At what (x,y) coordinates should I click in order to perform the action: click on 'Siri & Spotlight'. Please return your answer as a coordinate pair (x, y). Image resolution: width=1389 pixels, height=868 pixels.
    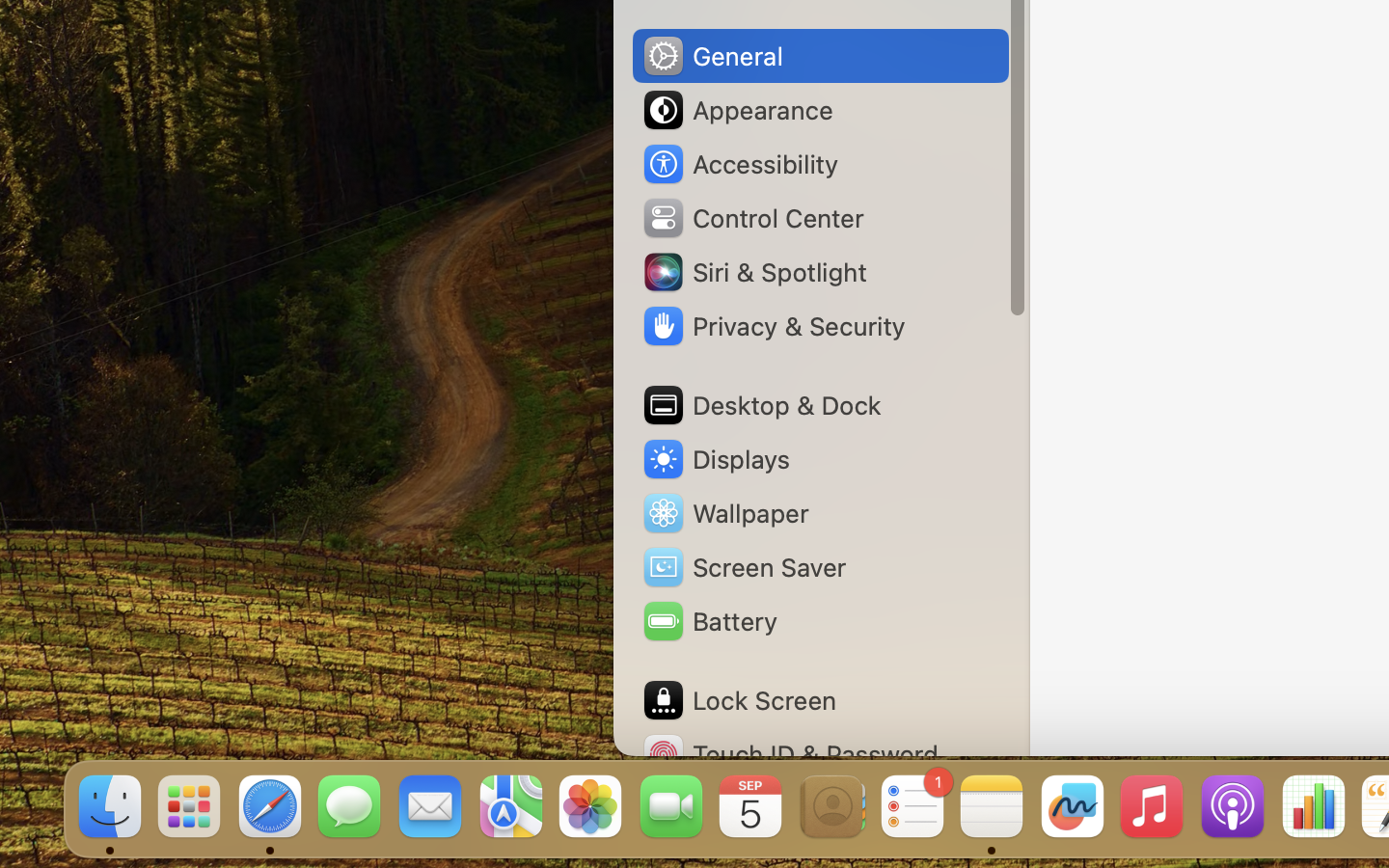
    Looking at the image, I should click on (753, 270).